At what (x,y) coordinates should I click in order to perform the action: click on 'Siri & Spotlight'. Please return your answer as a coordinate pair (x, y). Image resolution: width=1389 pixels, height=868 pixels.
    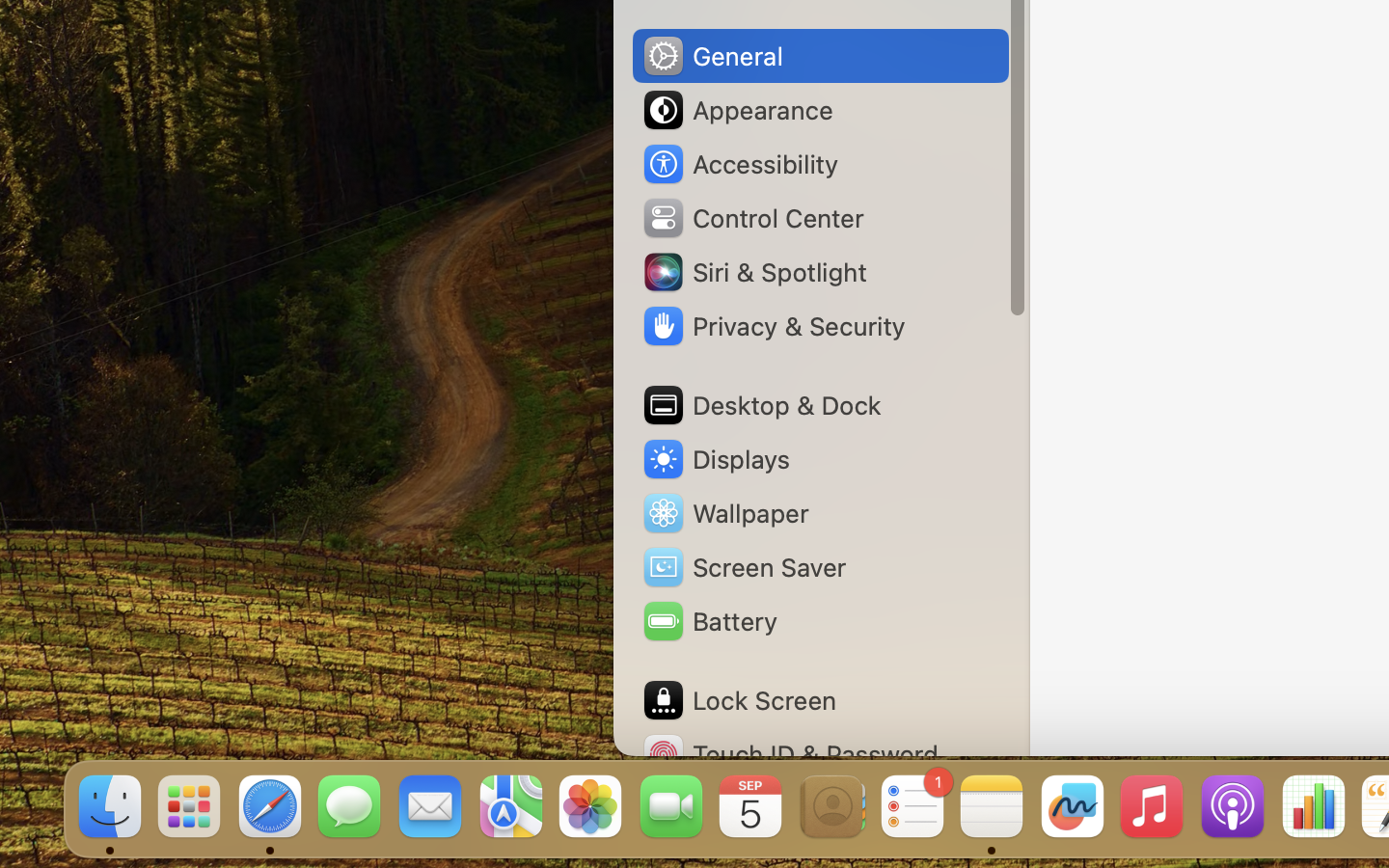
    Looking at the image, I should click on (753, 270).